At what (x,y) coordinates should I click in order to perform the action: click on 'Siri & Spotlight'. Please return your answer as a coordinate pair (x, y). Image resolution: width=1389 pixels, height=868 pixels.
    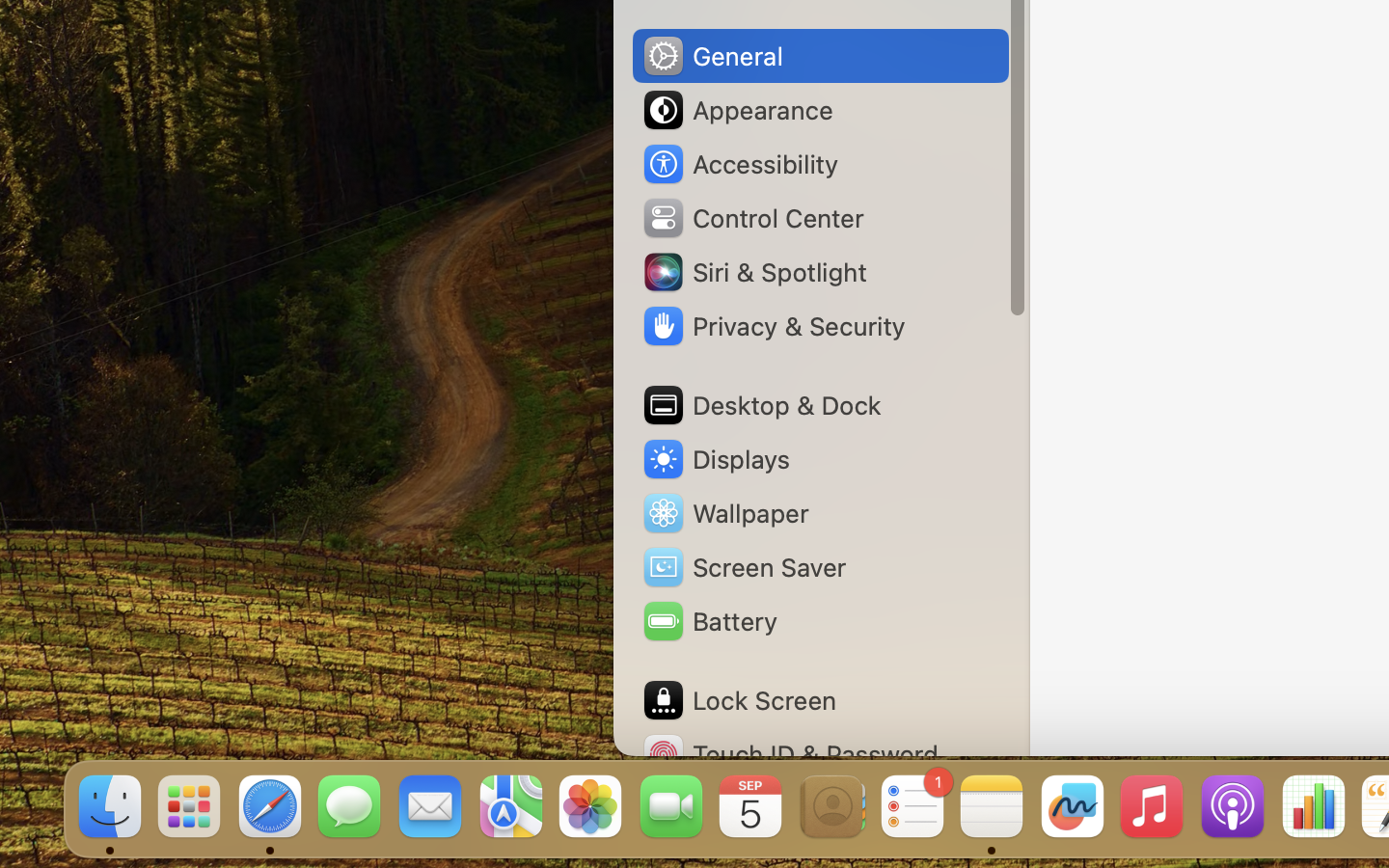
    Looking at the image, I should click on (753, 270).